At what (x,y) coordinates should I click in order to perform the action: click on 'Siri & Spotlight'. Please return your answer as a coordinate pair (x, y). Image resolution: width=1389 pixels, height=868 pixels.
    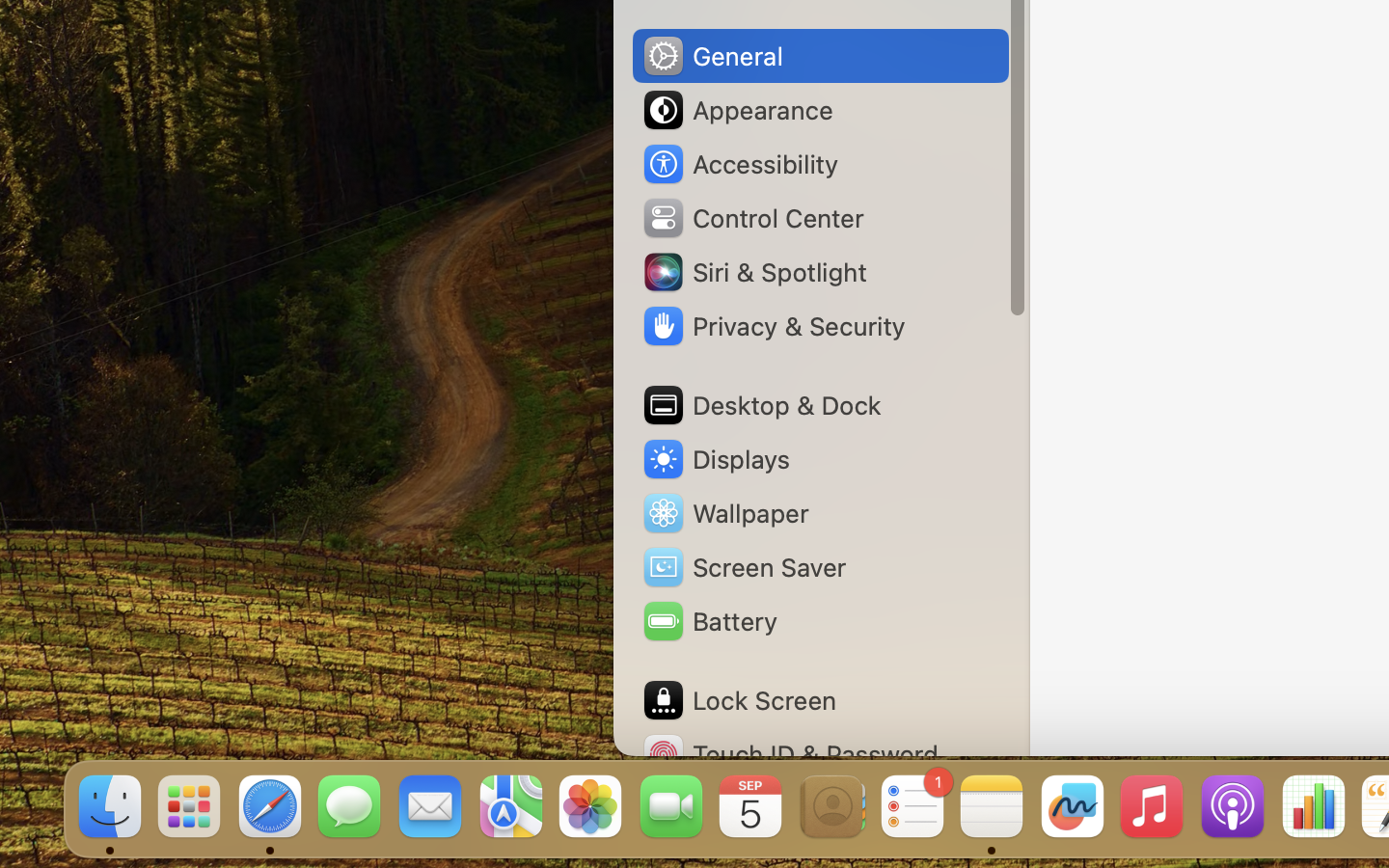
    Looking at the image, I should click on (753, 270).